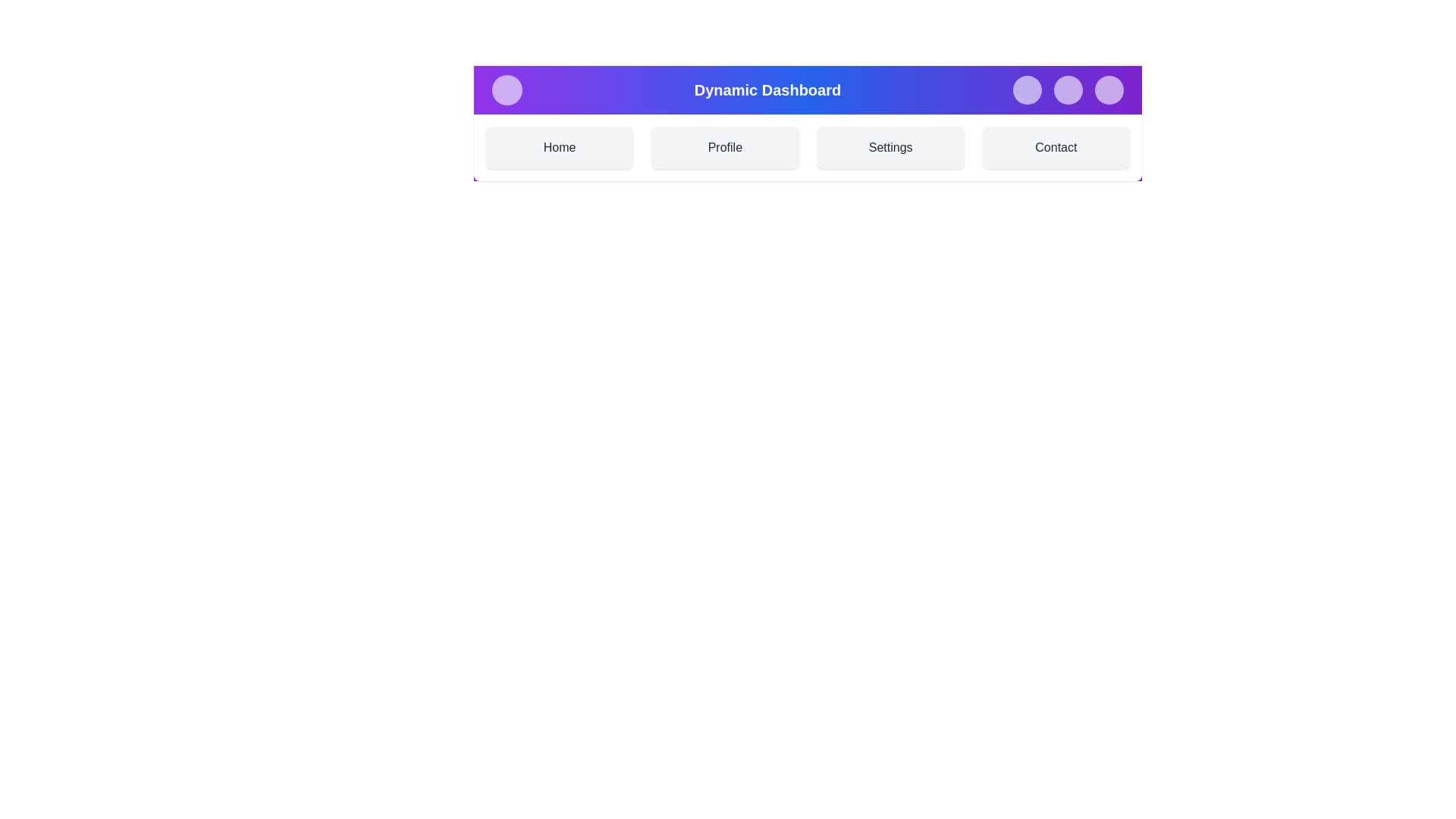 Image resolution: width=1456 pixels, height=819 pixels. Describe the element at coordinates (1027, 90) in the screenshot. I see `search button in the top-right corner` at that location.